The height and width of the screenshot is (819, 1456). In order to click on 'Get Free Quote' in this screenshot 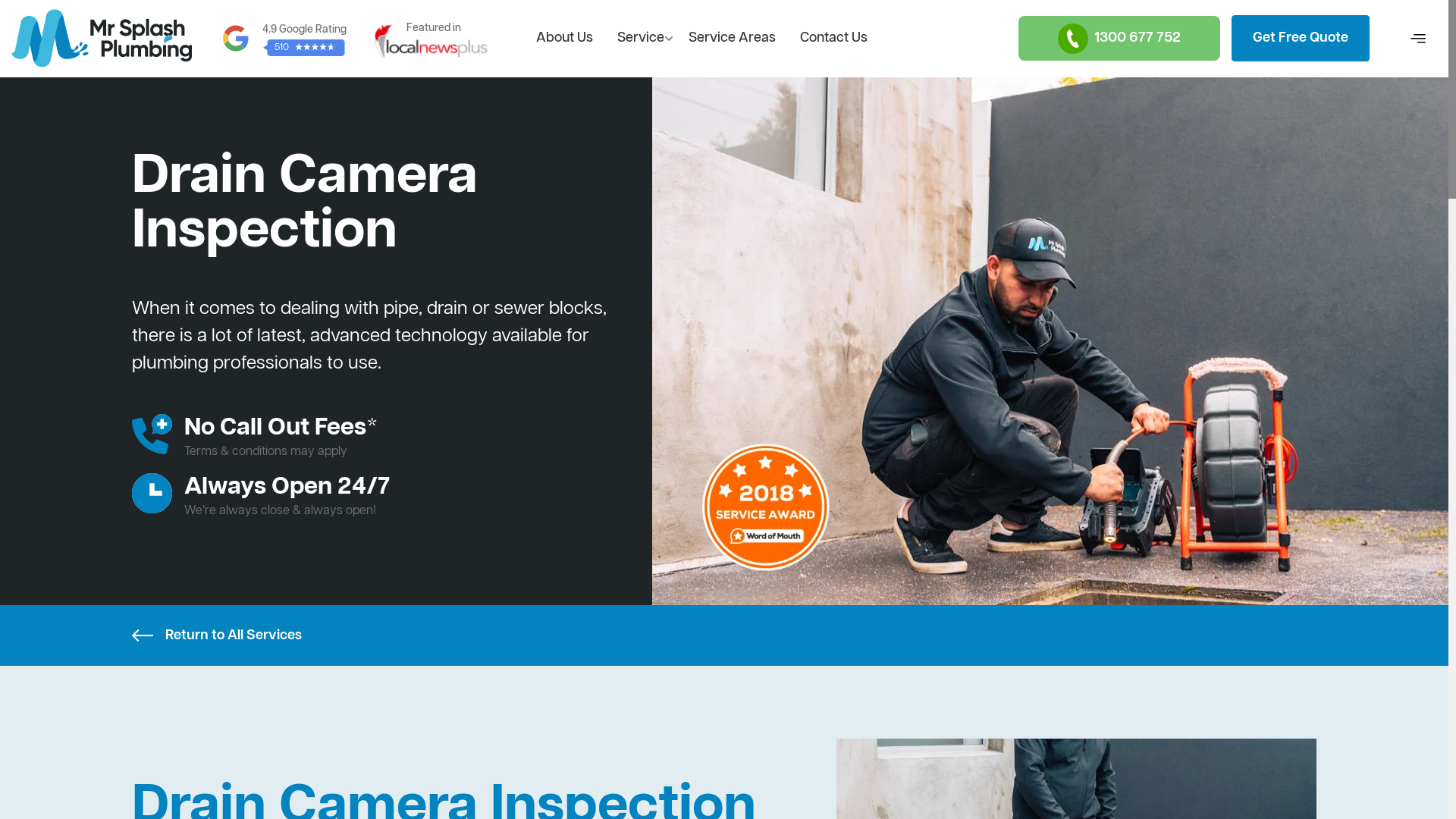, I will do `click(1299, 37)`.